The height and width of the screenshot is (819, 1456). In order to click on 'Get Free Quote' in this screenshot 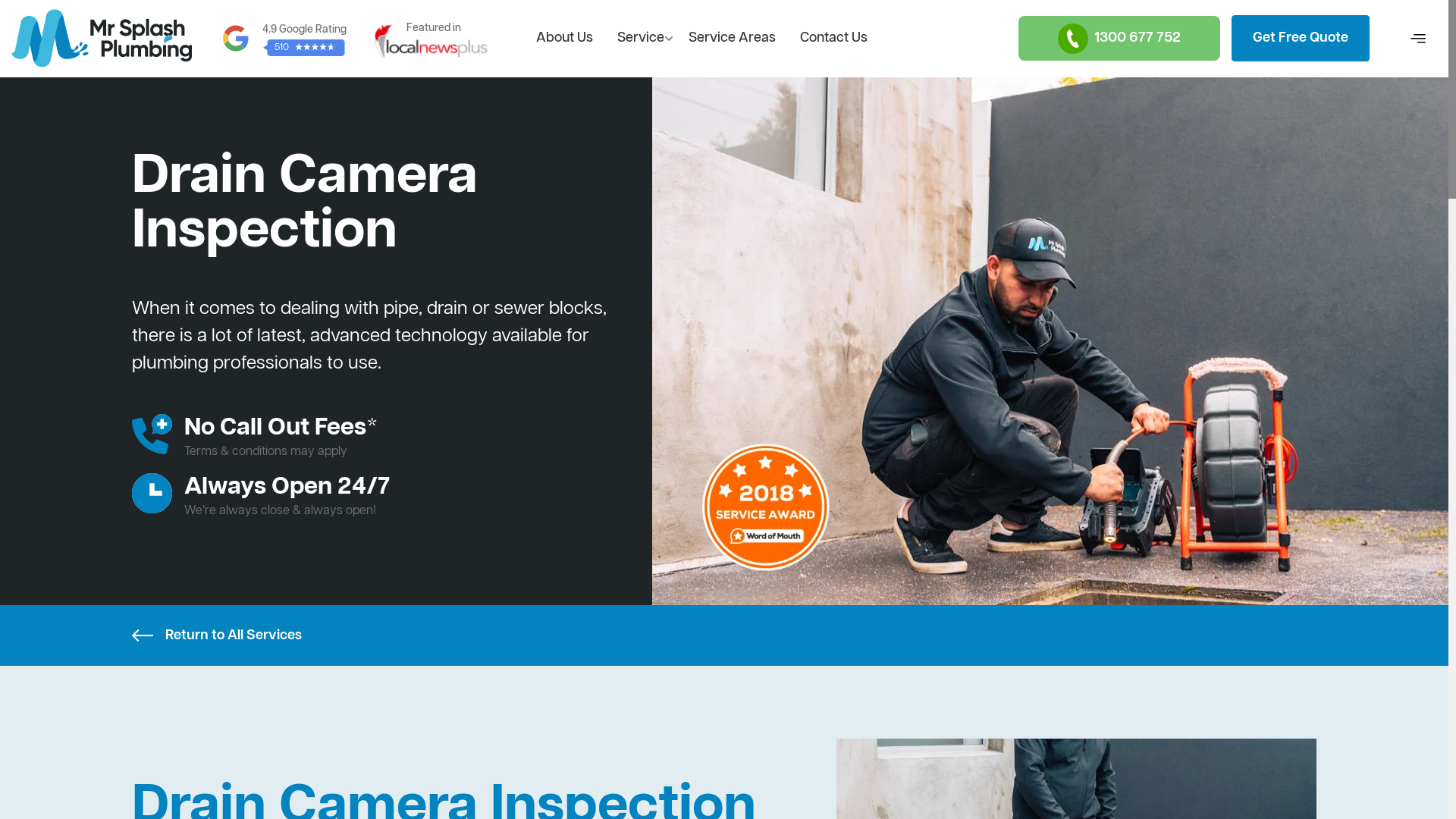, I will do `click(1299, 37)`.